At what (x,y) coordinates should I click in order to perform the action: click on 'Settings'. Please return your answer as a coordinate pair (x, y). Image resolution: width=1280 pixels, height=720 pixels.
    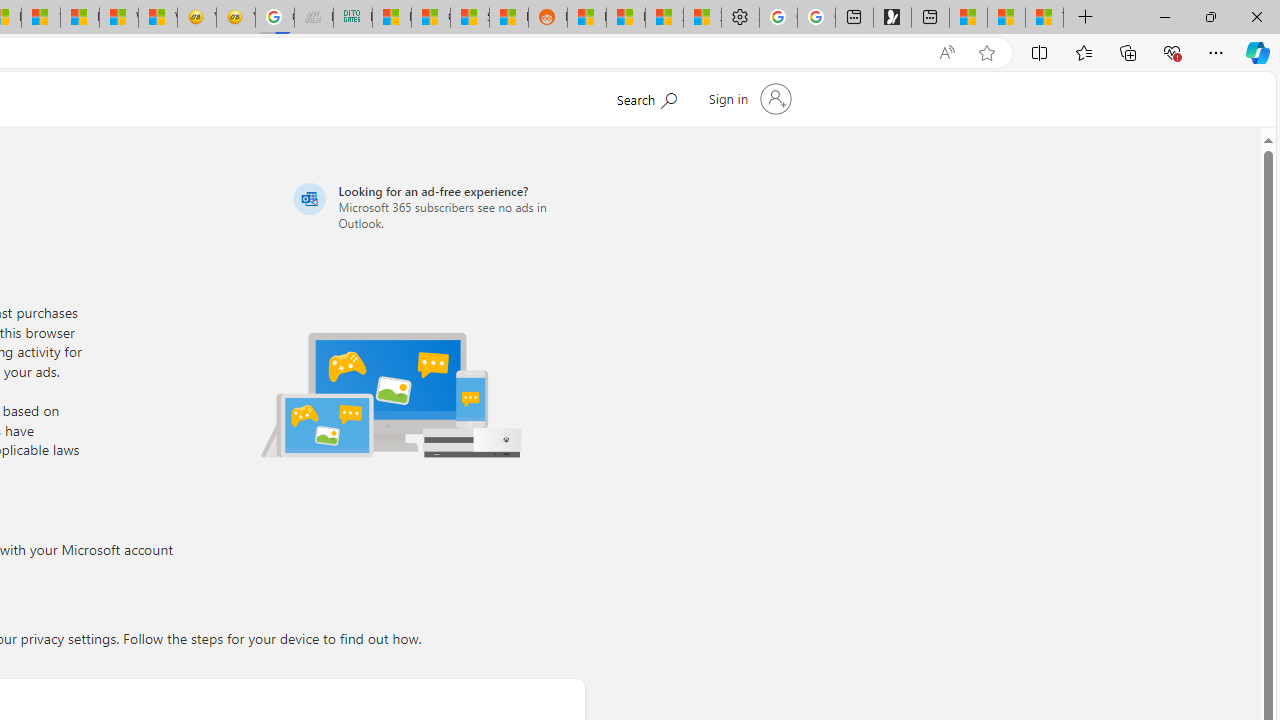
    Looking at the image, I should click on (739, 17).